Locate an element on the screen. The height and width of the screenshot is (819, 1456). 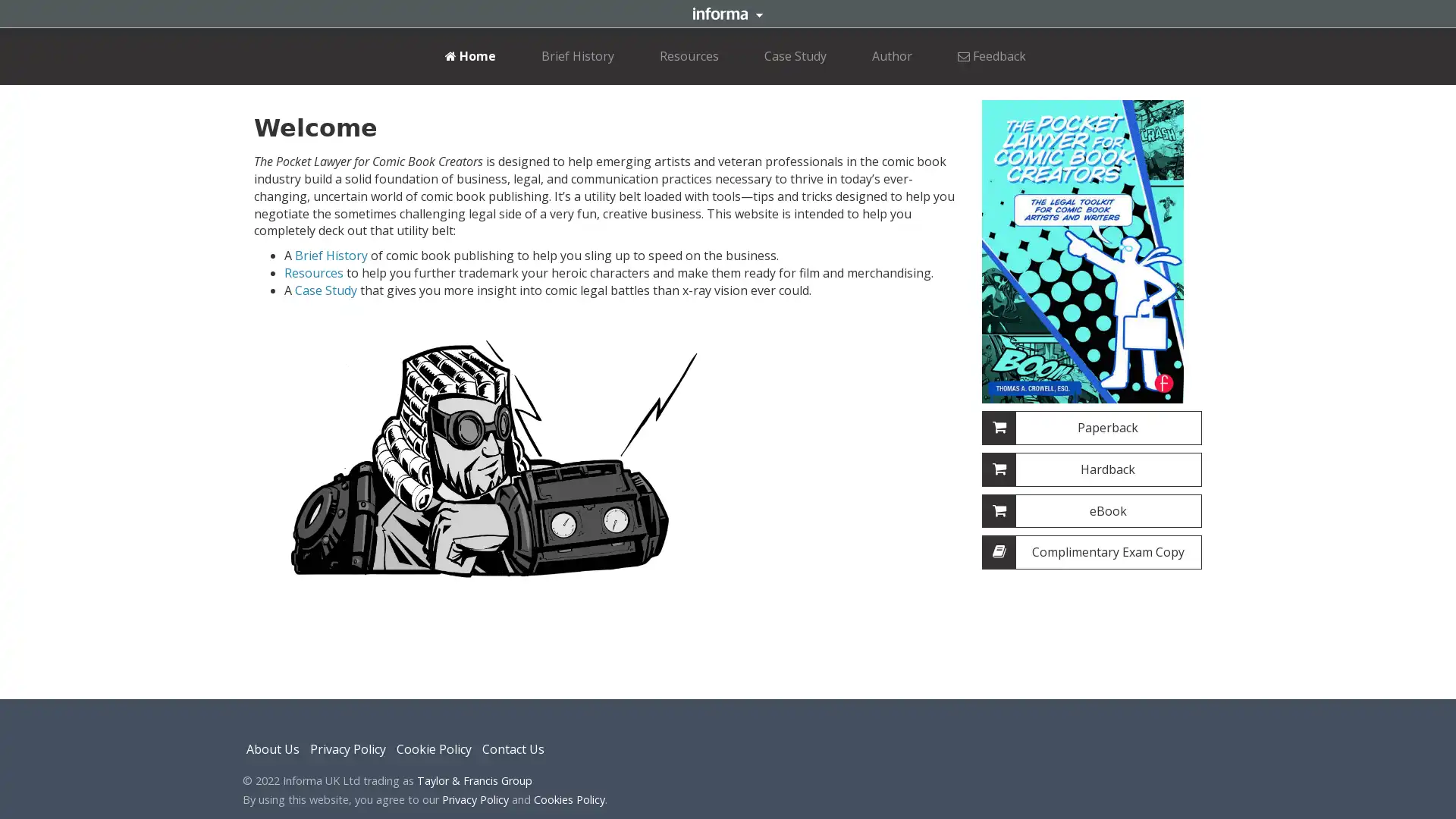
learn more about cookies is located at coordinates (71, 799).